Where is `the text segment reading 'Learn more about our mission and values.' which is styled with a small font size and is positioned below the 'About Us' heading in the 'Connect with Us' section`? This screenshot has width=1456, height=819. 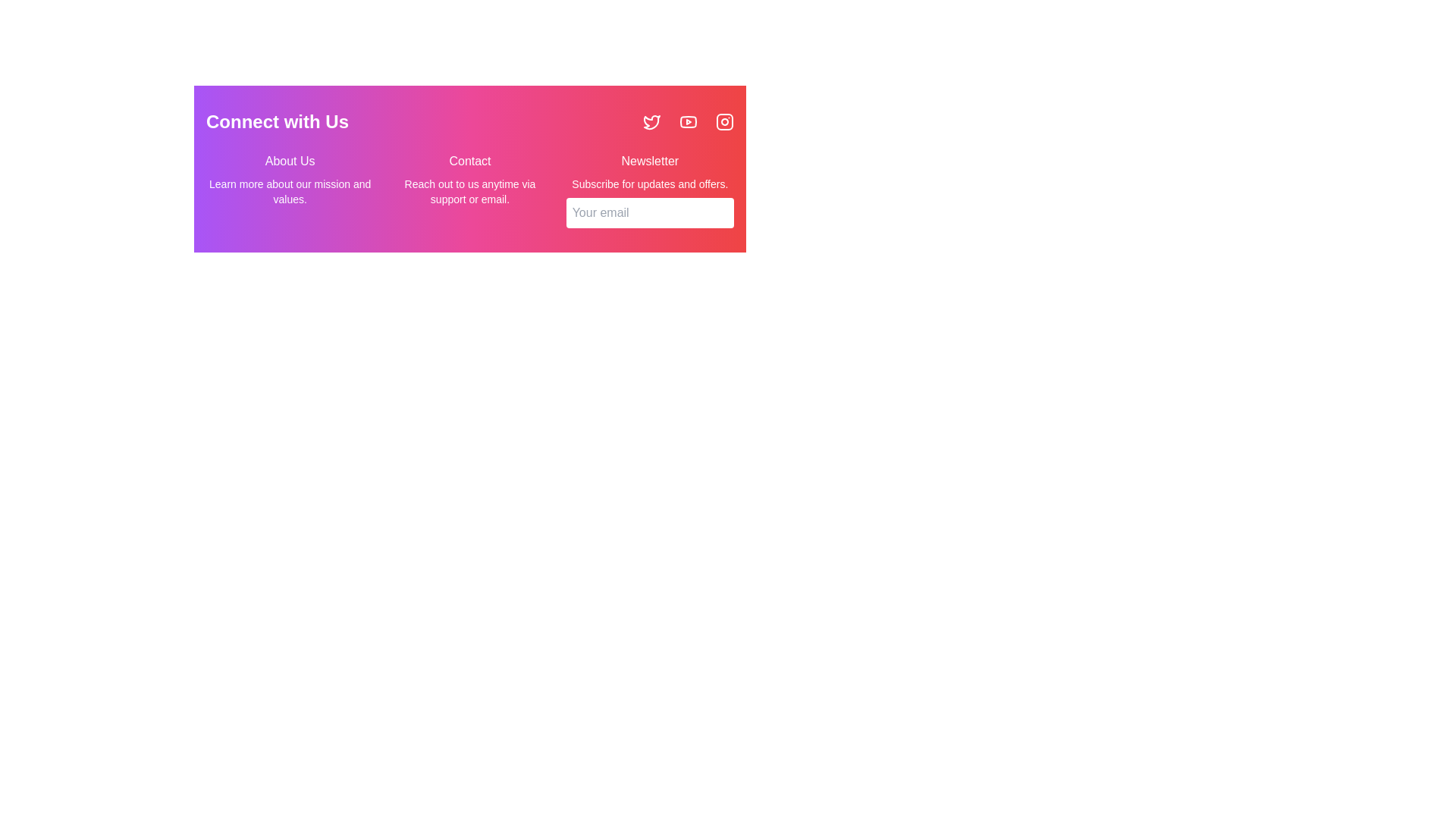
the text segment reading 'Learn more about our mission and values.' which is styled with a small font size and is positioned below the 'About Us' heading in the 'Connect with Us' section is located at coordinates (290, 191).